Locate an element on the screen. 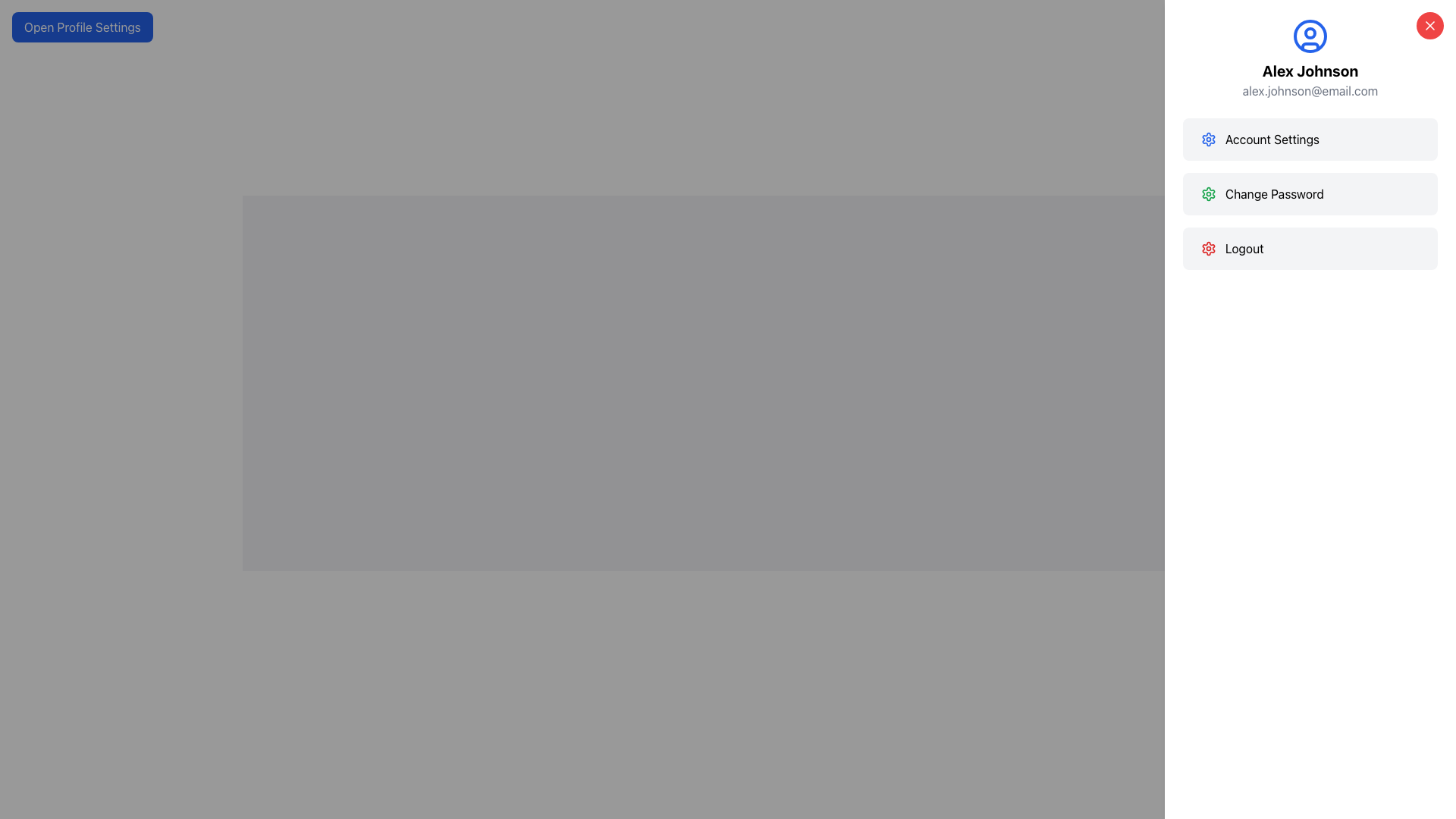  the close ('X') icon located within the circular red button in the upper-right corner of the white panel is located at coordinates (1429, 26).